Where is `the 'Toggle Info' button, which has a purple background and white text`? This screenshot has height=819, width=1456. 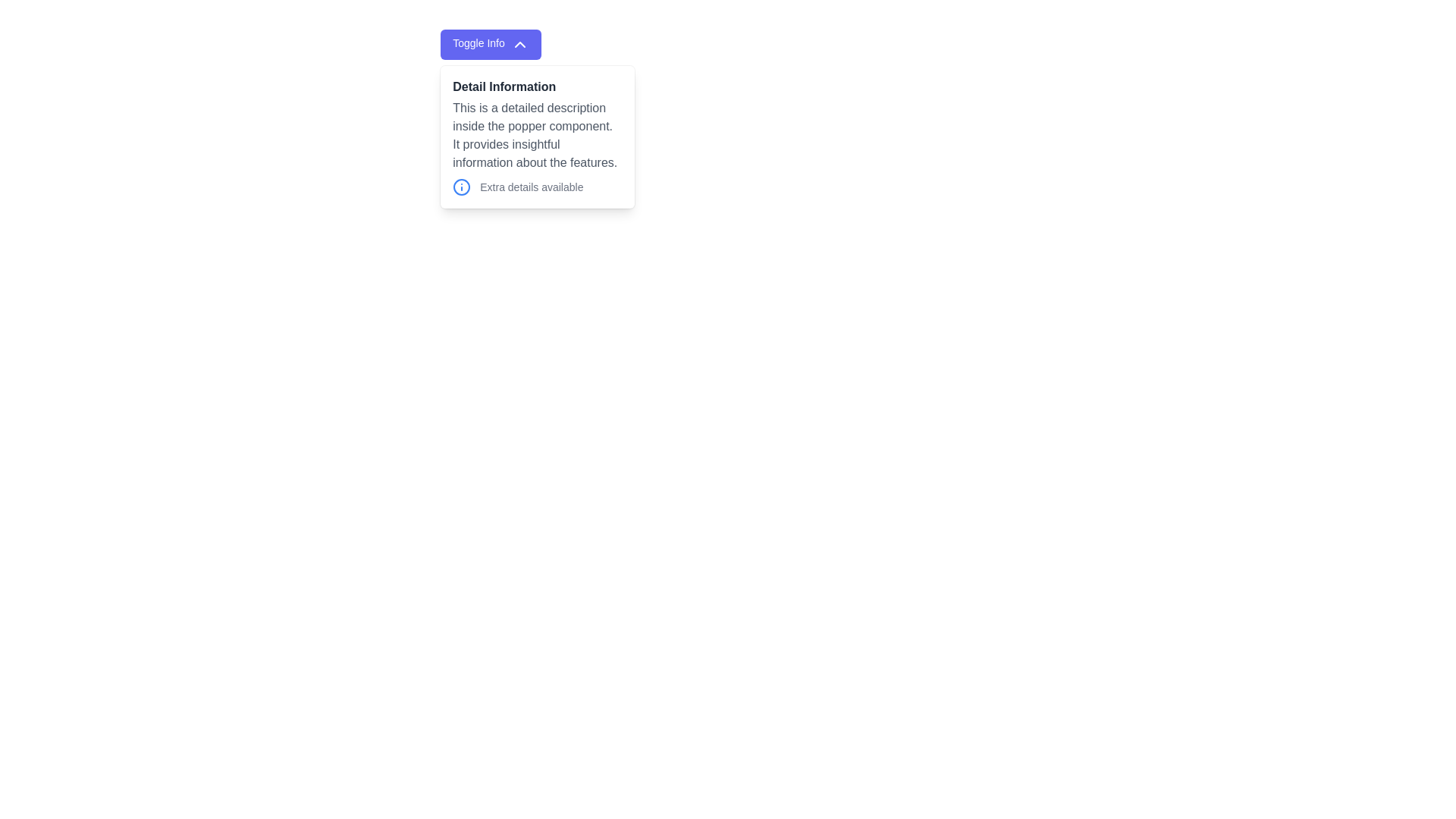 the 'Toggle Info' button, which has a purple background and white text is located at coordinates (491, 43).